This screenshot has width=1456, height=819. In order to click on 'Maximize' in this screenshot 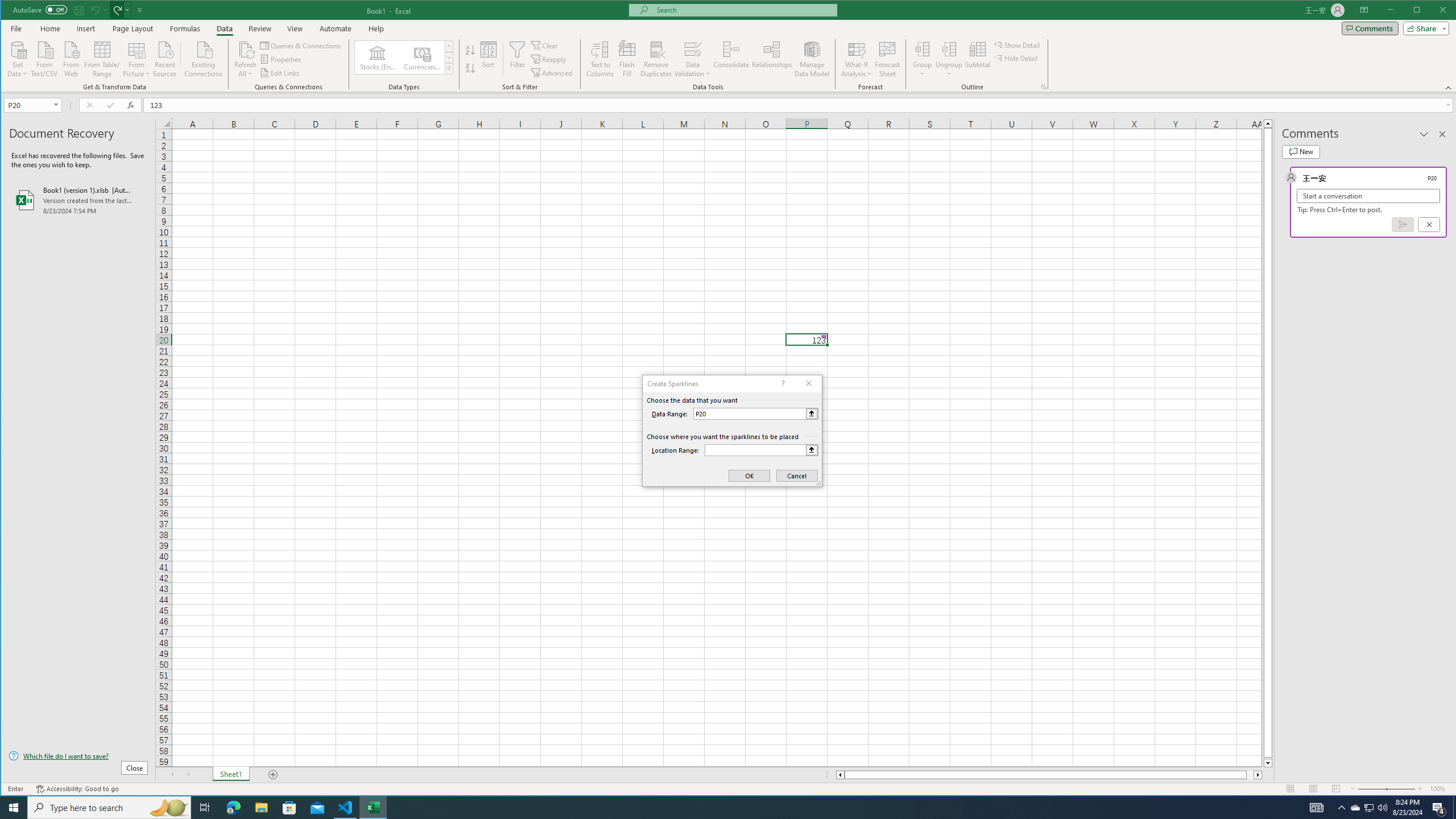, I will do `click(1433, 11)`.